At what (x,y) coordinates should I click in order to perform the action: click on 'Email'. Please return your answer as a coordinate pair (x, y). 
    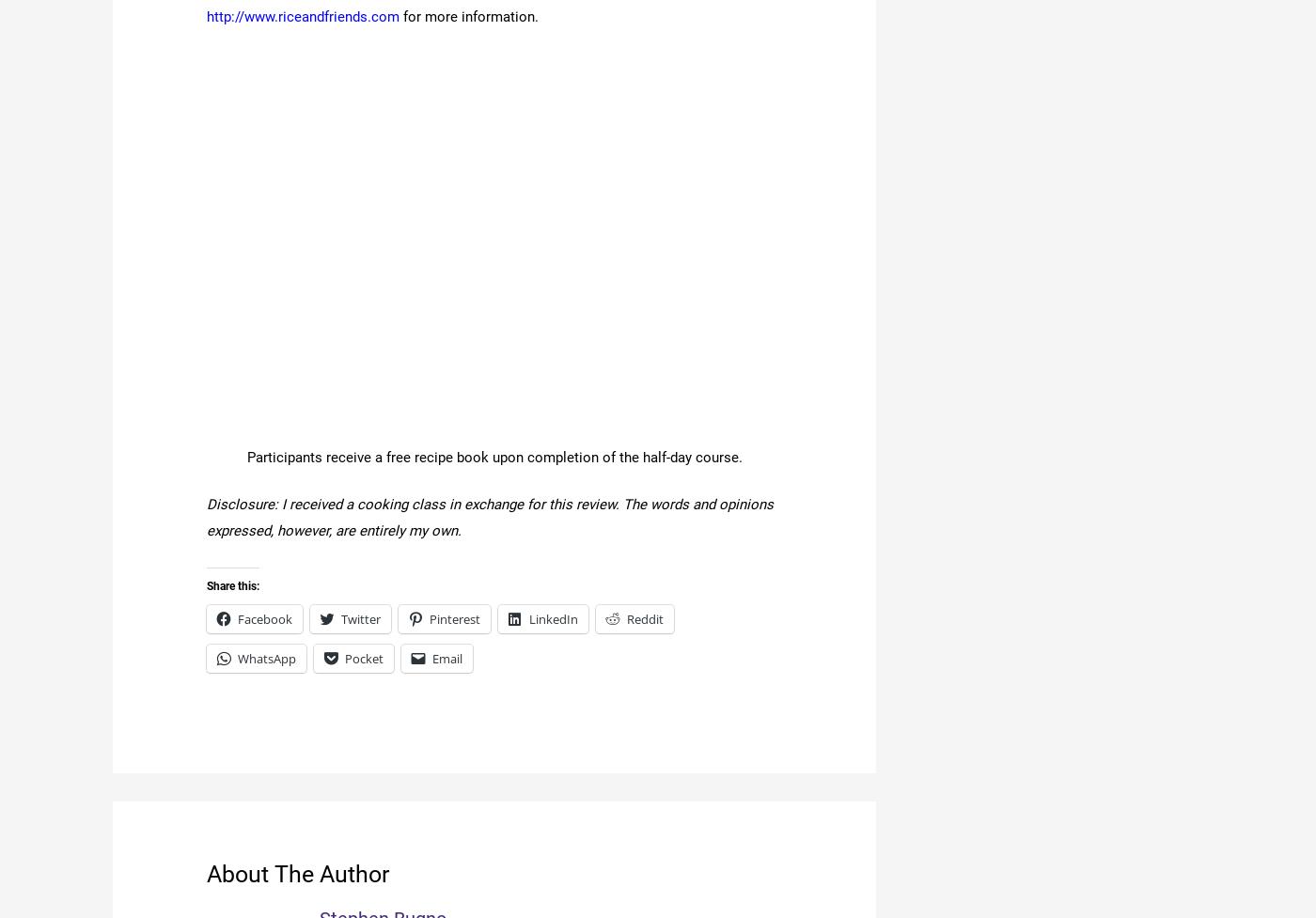
    Looking at the image, I should click on (447, 658).